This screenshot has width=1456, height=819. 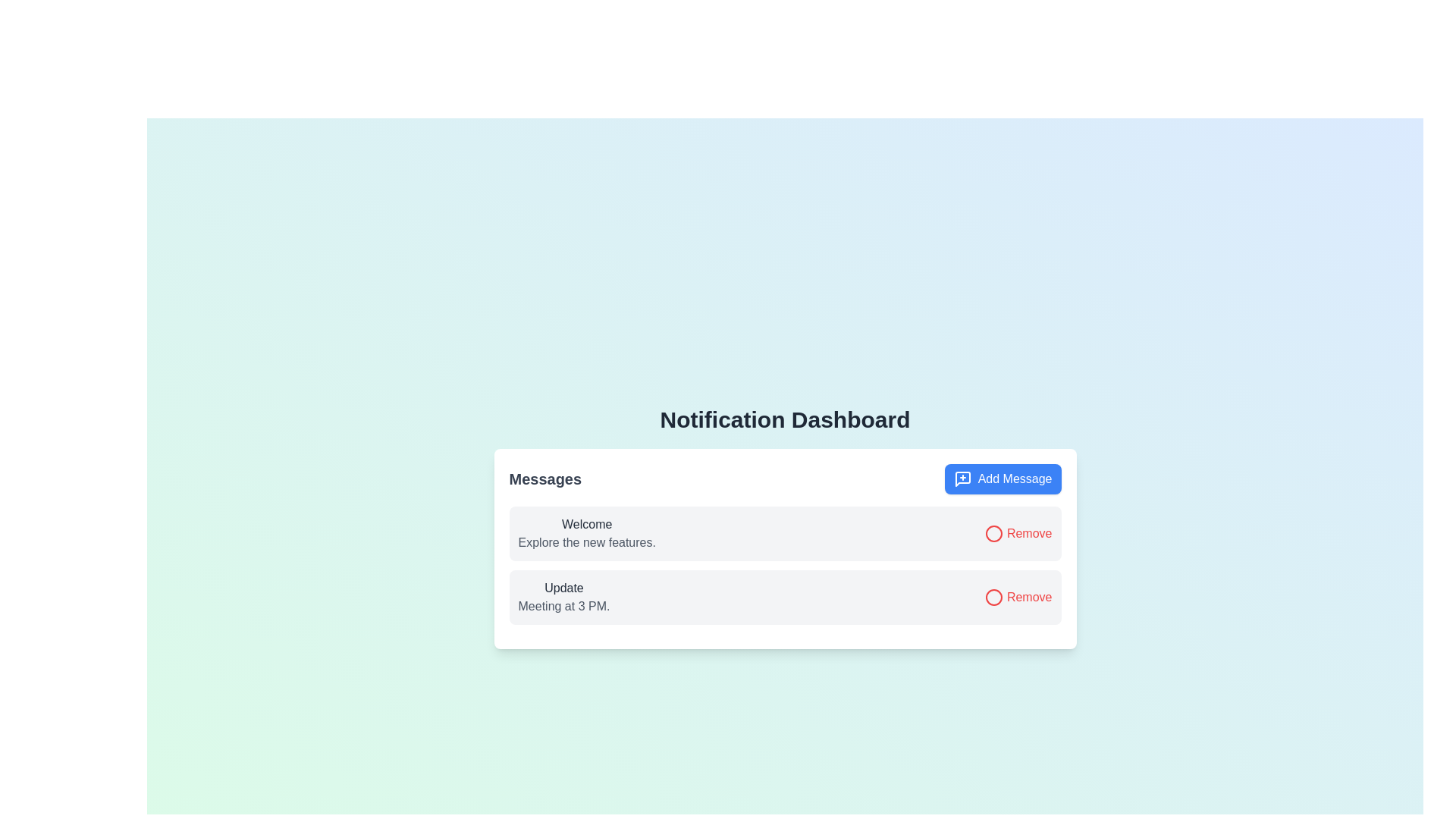 What do you see at coordinates (994, 597) in the screenshot?
I see `the red circular icon that serves as a 'Remove' action for the second item in the list, located in the 'Messages' section, to the right of the second row labeled 'Update'` at bounding box center [994, 597].